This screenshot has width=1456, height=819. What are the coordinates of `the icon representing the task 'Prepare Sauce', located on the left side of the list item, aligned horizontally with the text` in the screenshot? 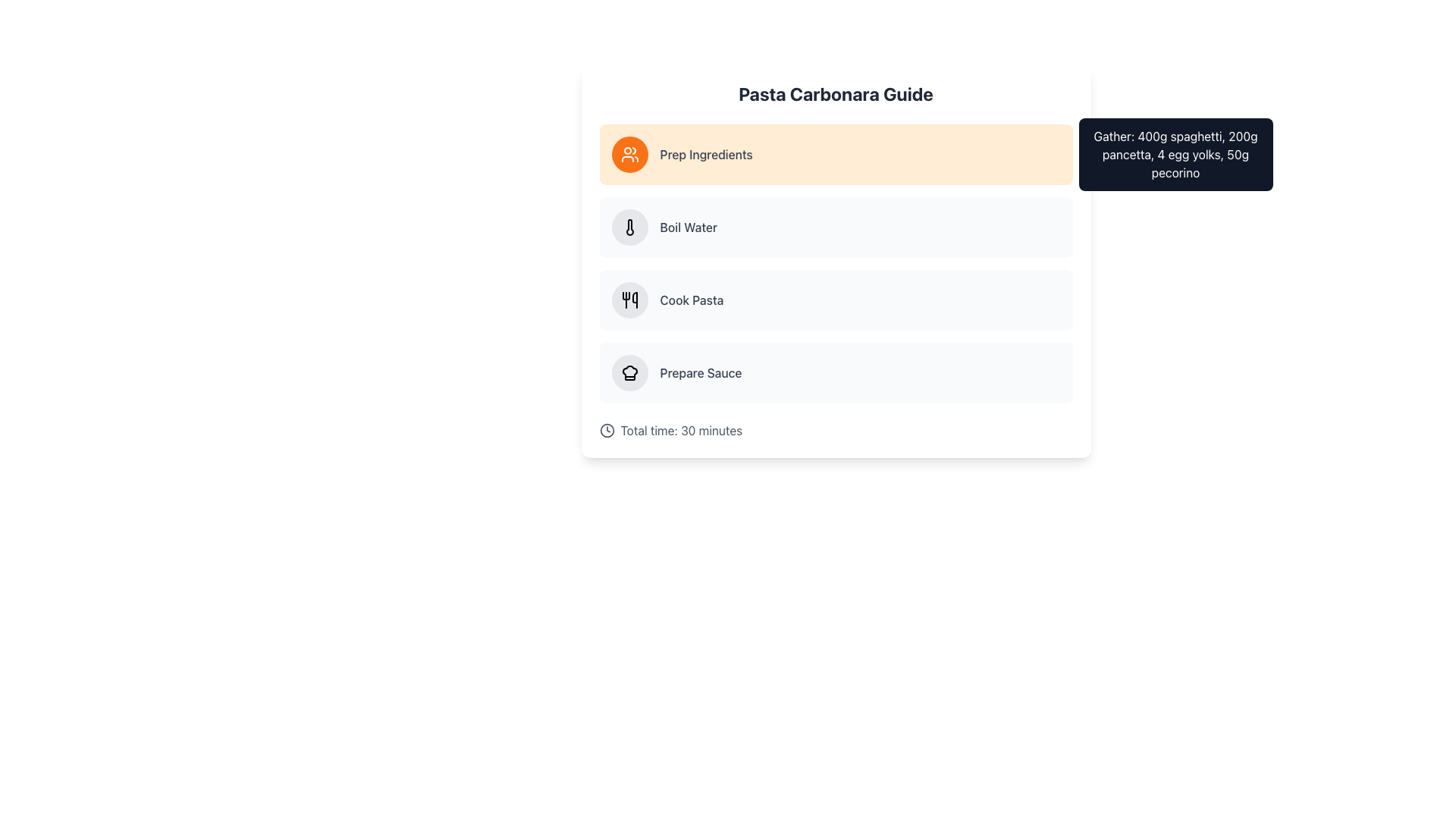 It's located at (629, 373).